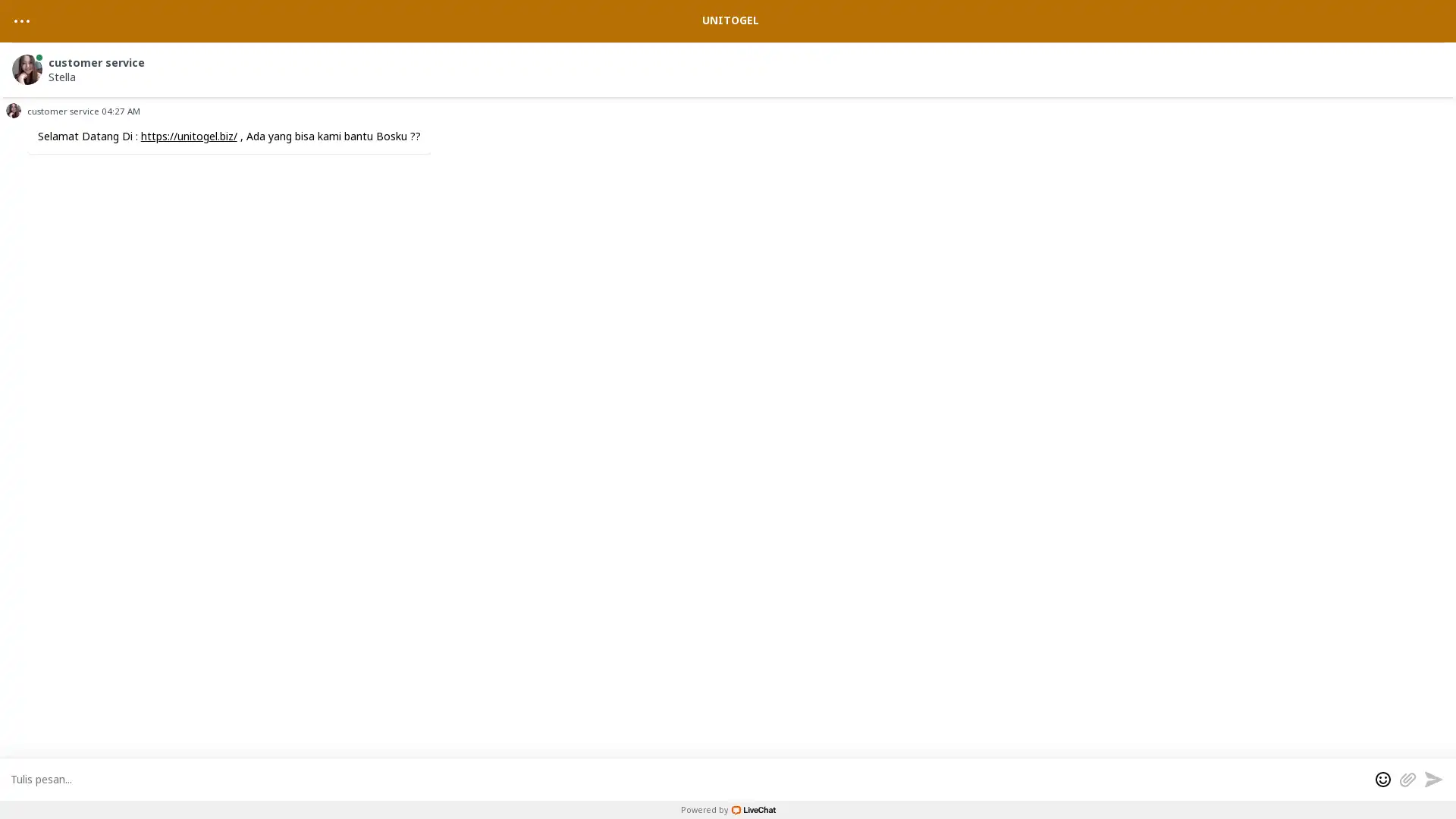  Describe the element at coordinates (1383, 778) in the screenshot. I see `open emoji picker` at that location.